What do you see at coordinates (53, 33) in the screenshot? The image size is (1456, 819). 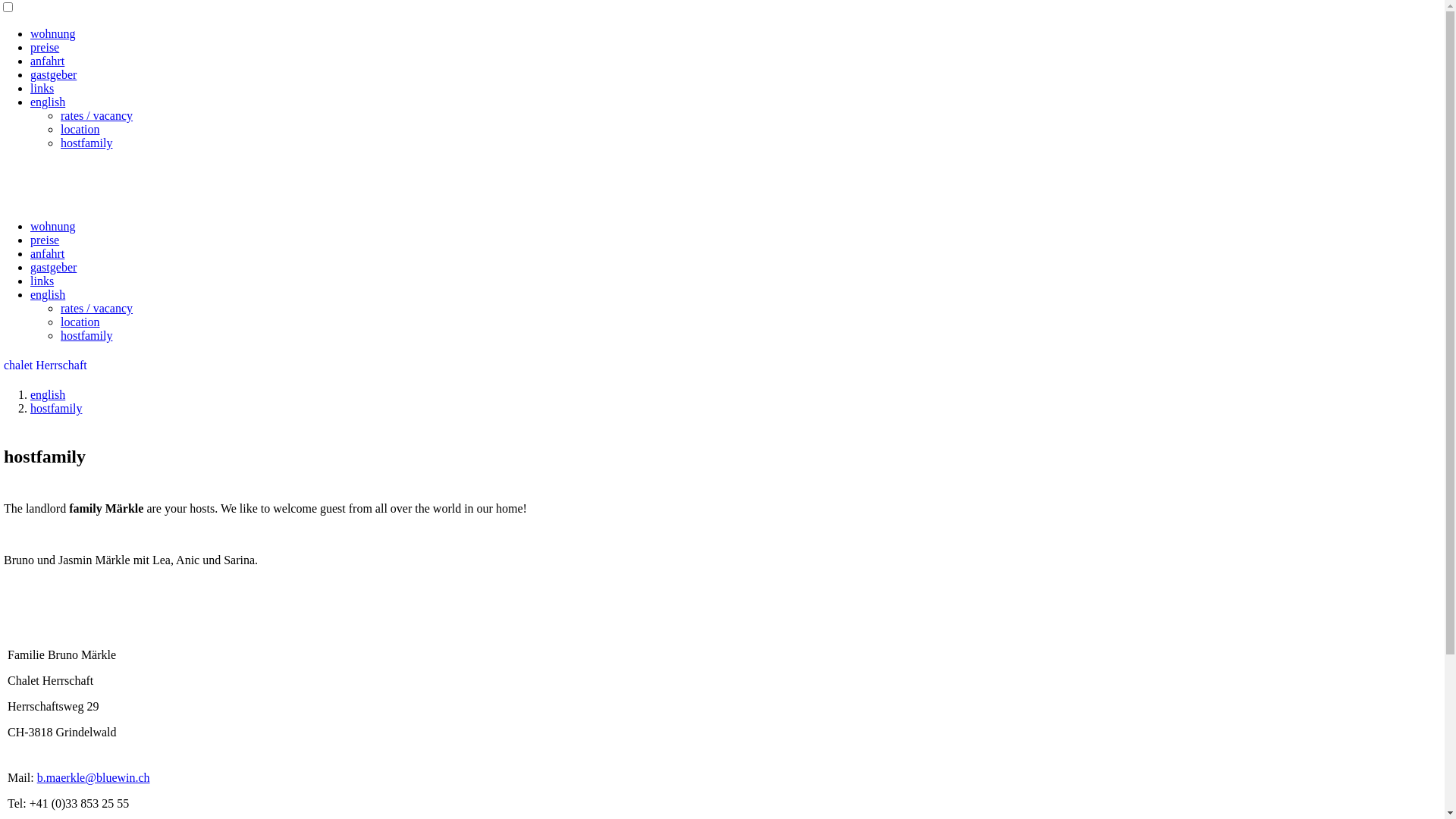 I see `'wohnung'` at bounding box center [53, 33].